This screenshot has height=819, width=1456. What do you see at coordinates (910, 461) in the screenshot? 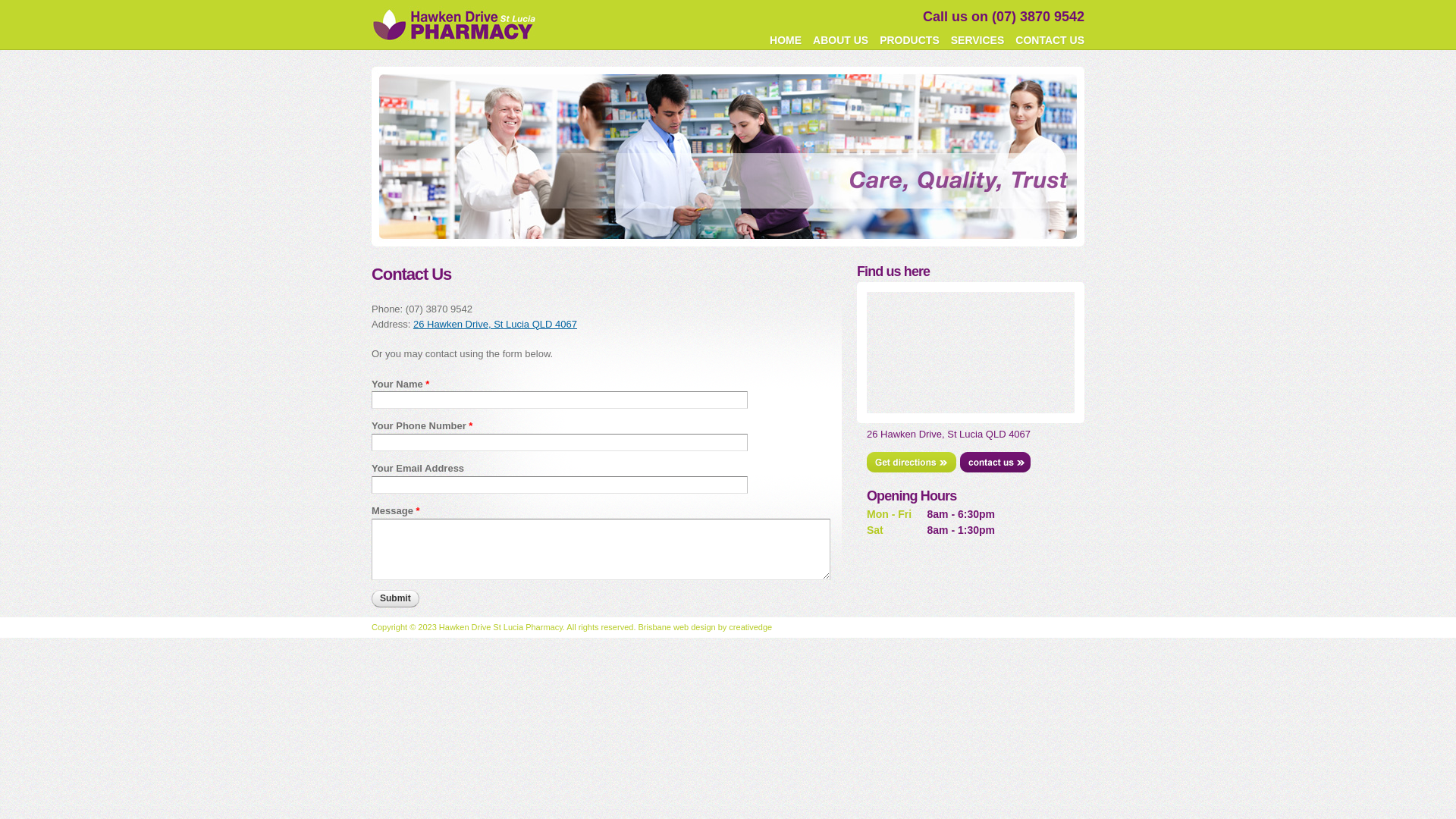
I see `'Get directions'` at bounding box center [910, 461].